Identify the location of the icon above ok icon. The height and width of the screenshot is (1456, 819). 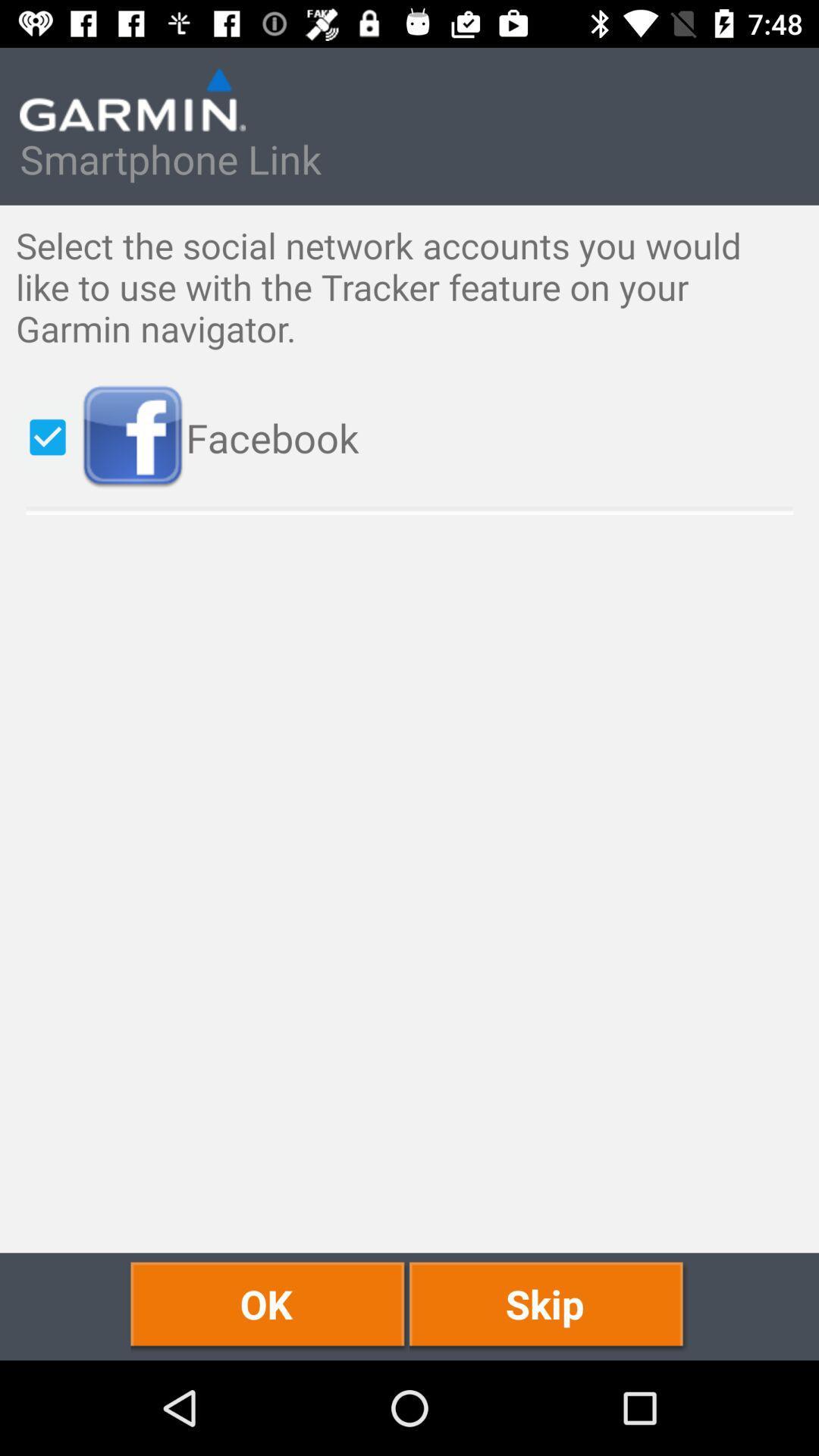
(441, 437).